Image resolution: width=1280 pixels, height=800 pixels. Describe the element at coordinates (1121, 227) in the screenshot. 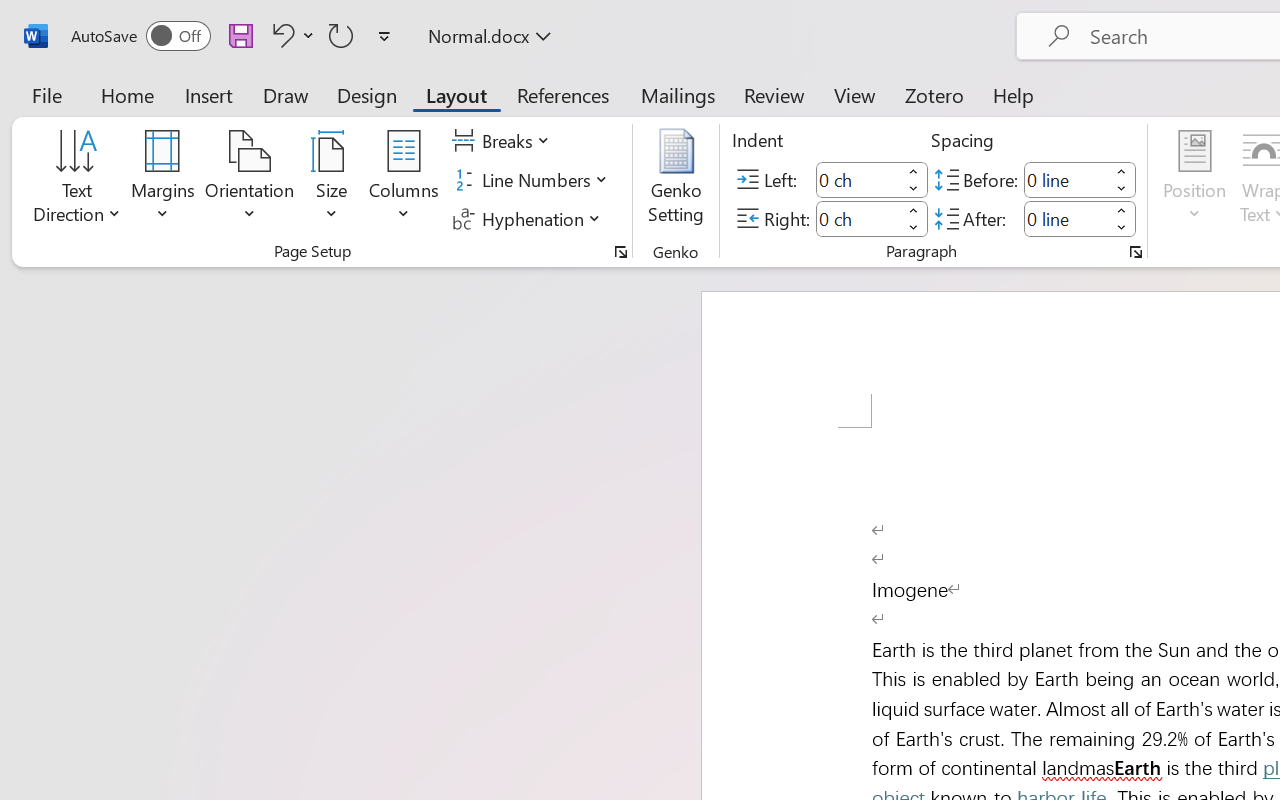

I see `'Less'` at that location.